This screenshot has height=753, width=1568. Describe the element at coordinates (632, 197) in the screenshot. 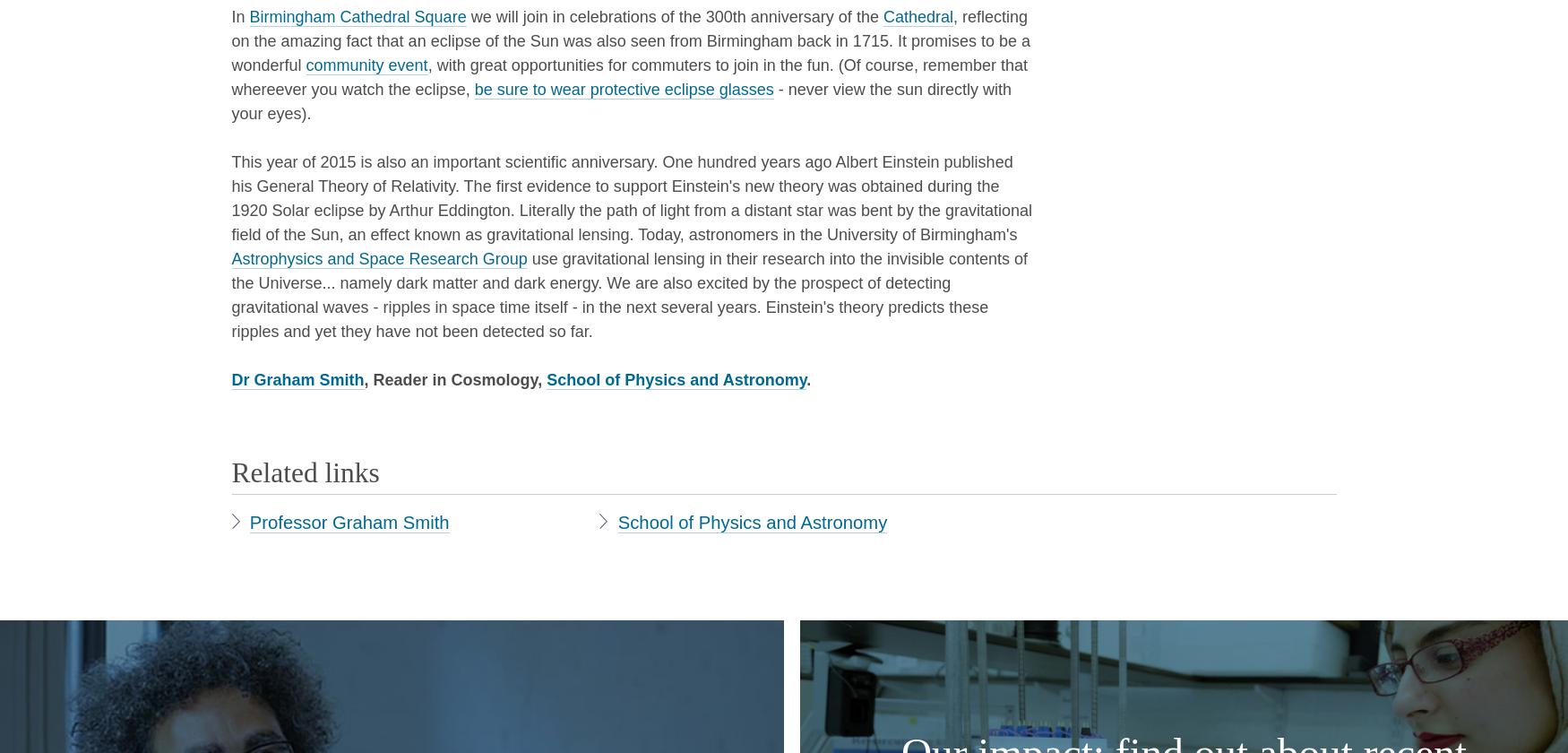

I see `'This year of 2015 is also an important scientific anniversary. One hundred years ago Albert Einstein published his General Theory of Relativity. The first evidence to support Einstein's new theory was obtained during the 1920 Solar eclipse by Arthur Eddington. Literally the path of light from a distant star was bent by the gravitational field of the Sun, an effect known as gravitational lensing. Today, astronomers in the University of Birmingham's'` at that location.